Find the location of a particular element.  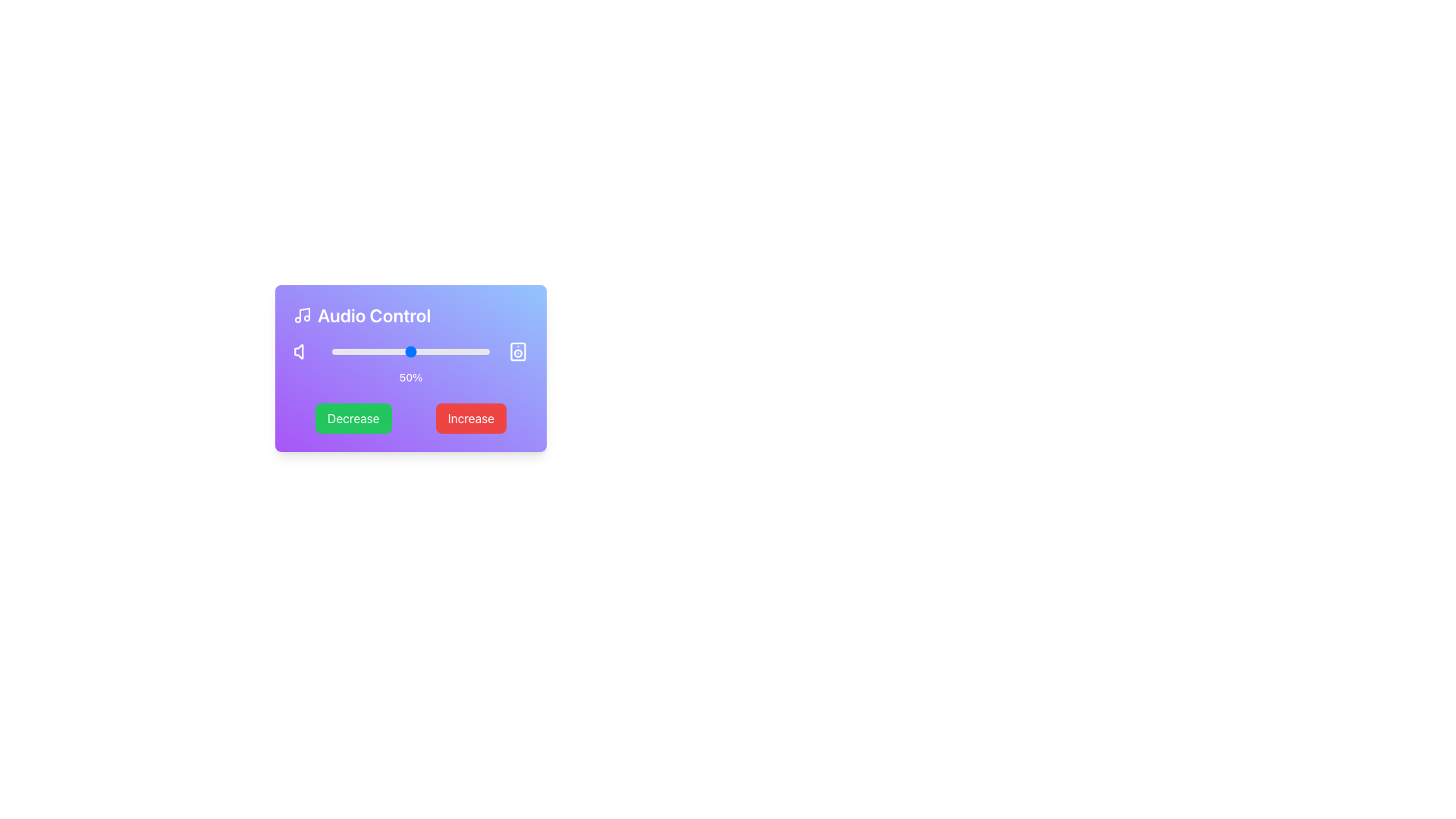

the slider is located at coordinates (432, 351).